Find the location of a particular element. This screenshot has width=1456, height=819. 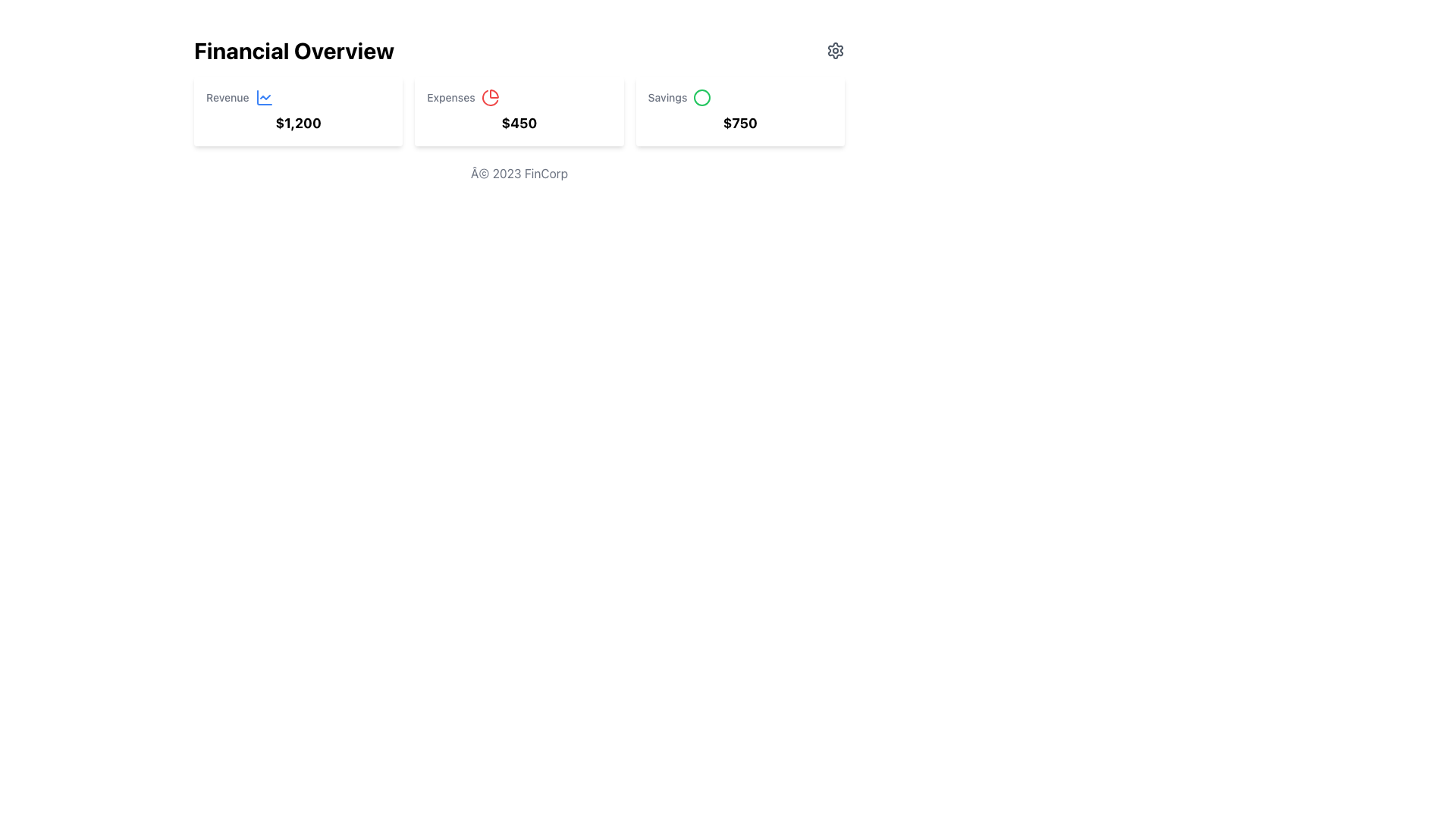

the Informational Data Card located in the second column of the financial overview grid, which displays the user's expenses is located at coordinates (519, 110).